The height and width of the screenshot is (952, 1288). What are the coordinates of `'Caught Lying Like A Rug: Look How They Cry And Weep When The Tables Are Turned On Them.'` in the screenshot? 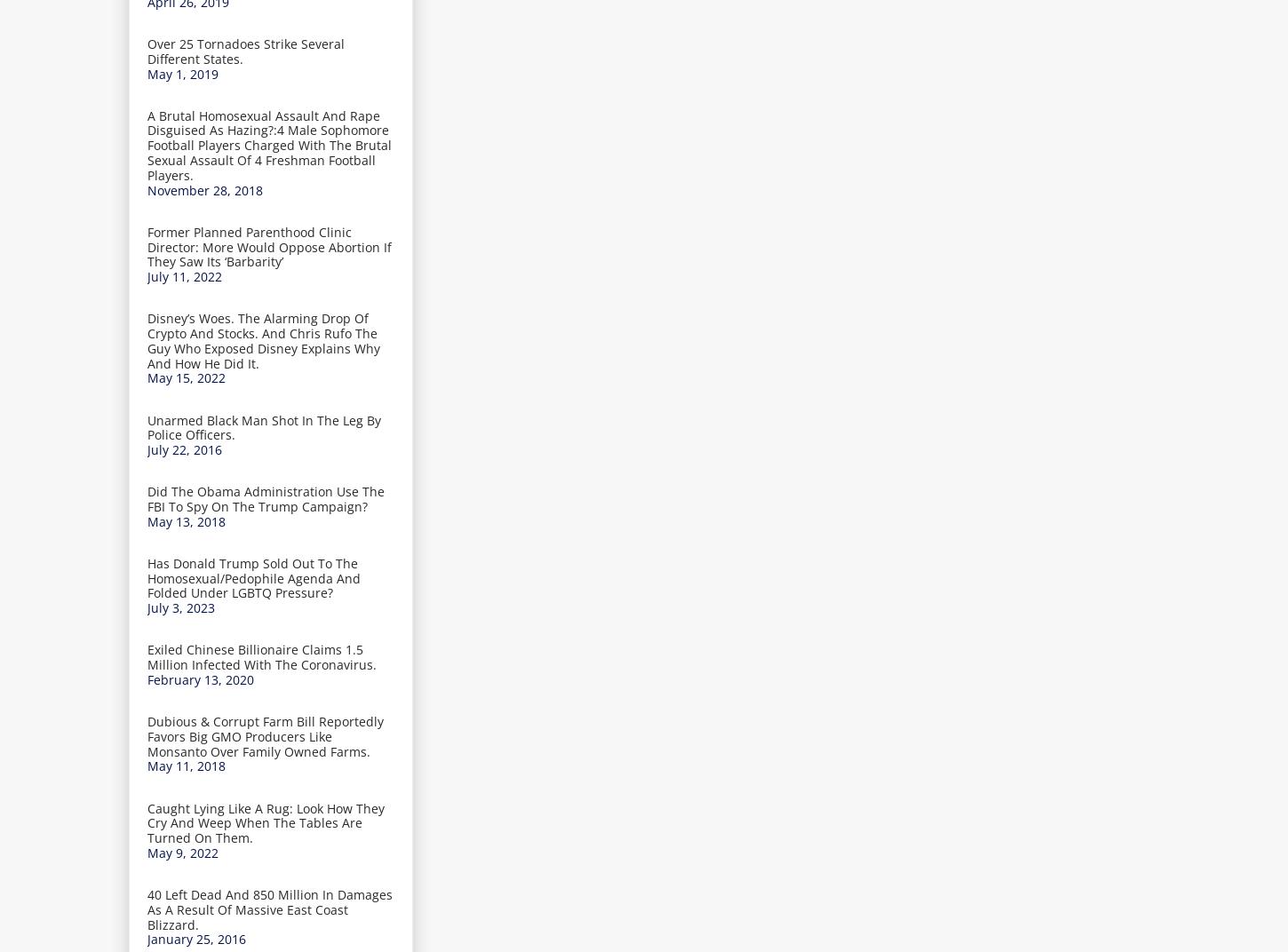 It's located at (147, 822).